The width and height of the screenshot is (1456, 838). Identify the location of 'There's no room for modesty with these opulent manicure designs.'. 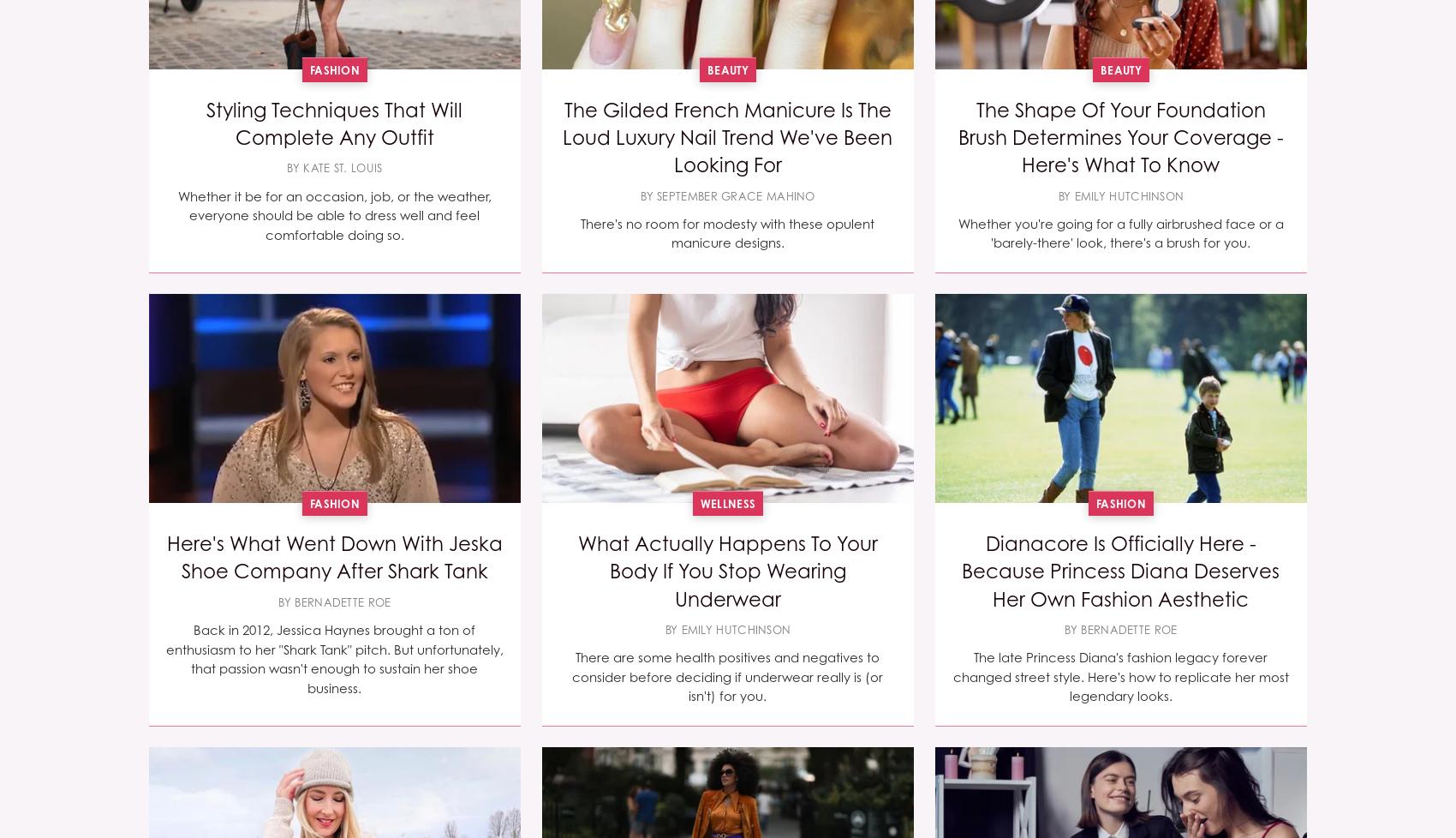
(580, 231).